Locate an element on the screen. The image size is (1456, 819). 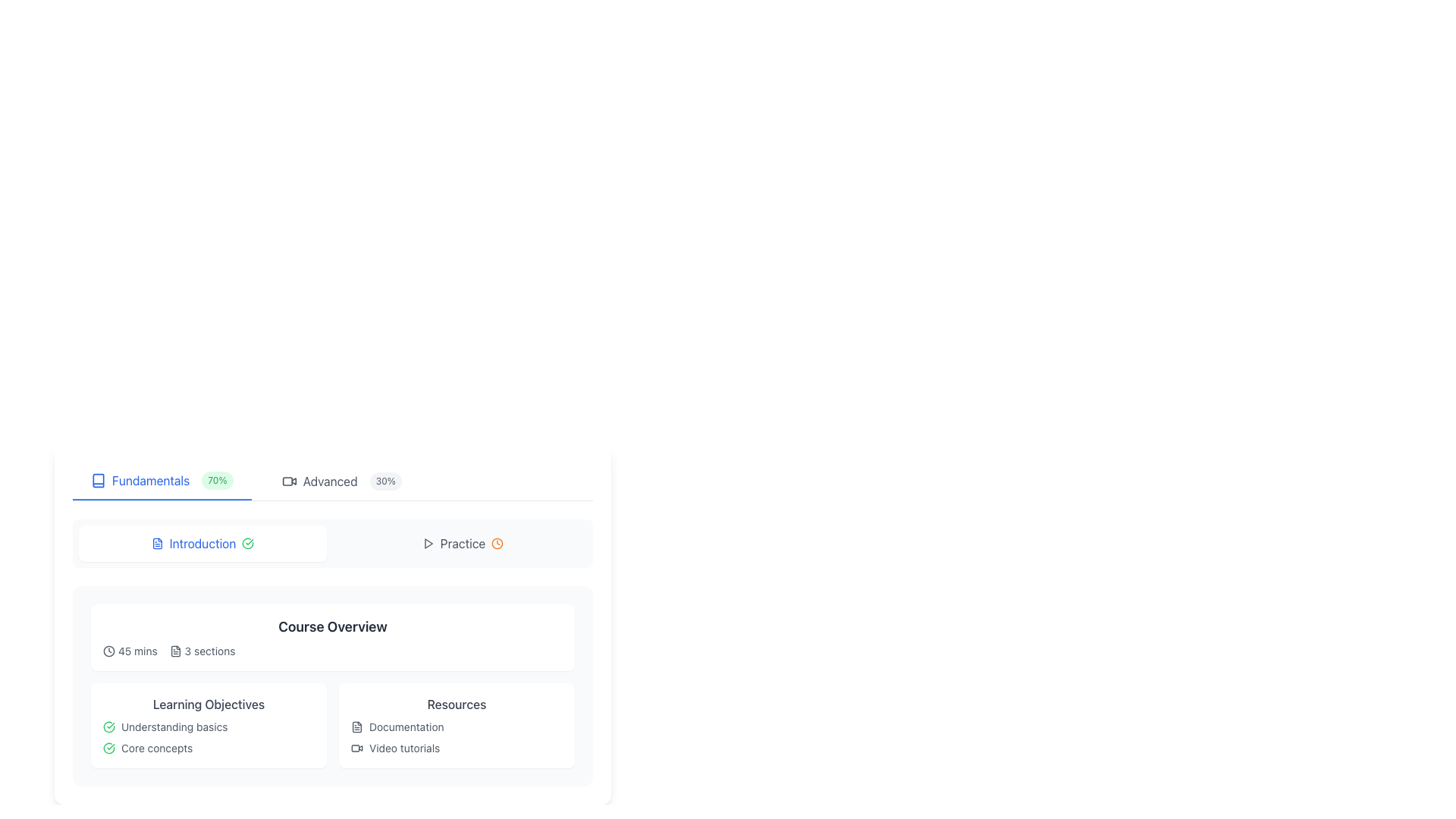
the document file icon in the 'Resources' section, which is visually represented by a rectangular outline with rounded corners and a folded upper-right corner, indicating it is next to the 'Documentation' text is located at coordinates (356, 726).